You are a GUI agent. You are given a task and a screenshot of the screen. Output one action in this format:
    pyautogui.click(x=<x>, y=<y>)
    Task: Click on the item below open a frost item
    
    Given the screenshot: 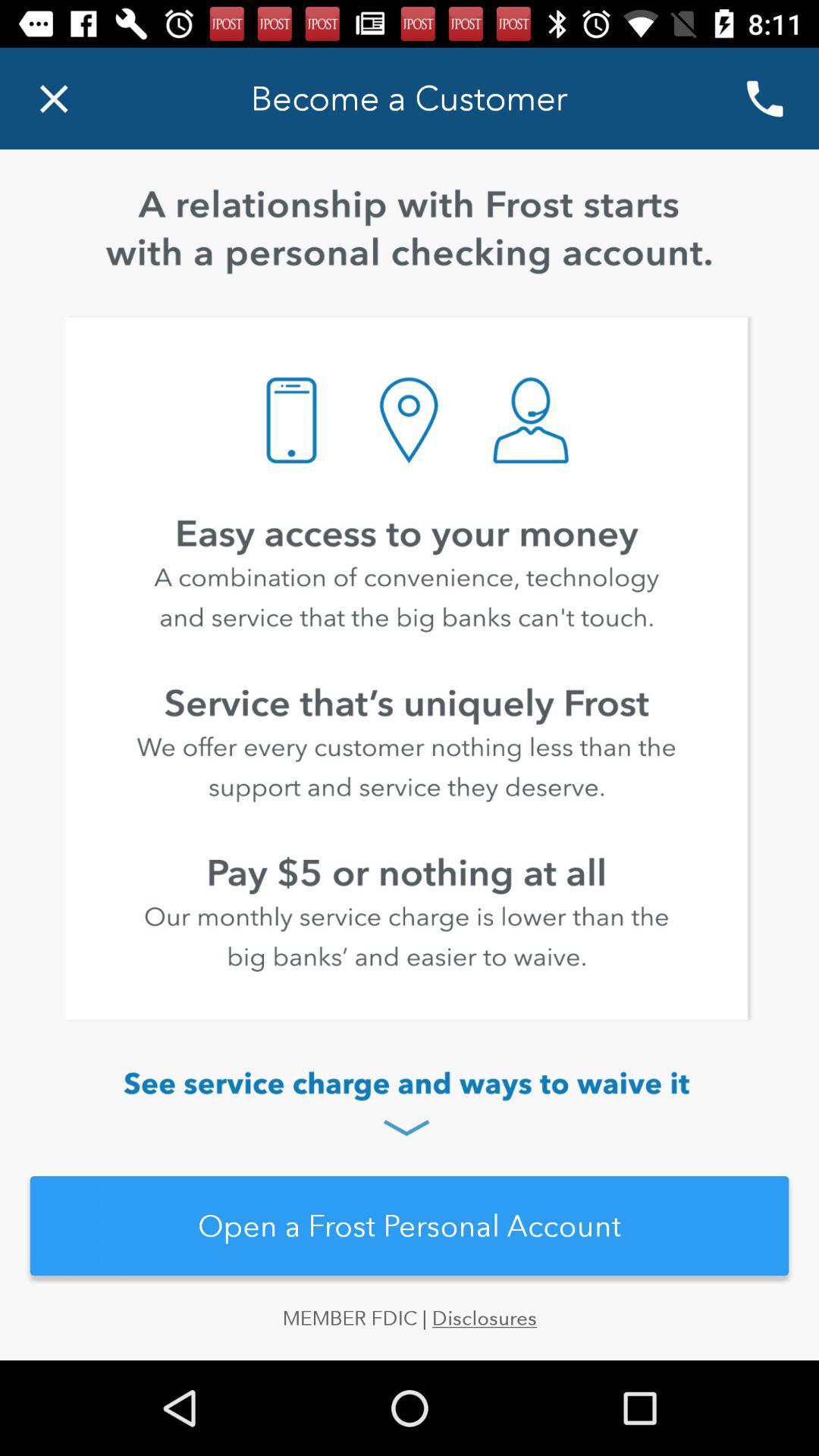 What is the action you would take?
    pyautogui.click(x=409, y=1332)
    